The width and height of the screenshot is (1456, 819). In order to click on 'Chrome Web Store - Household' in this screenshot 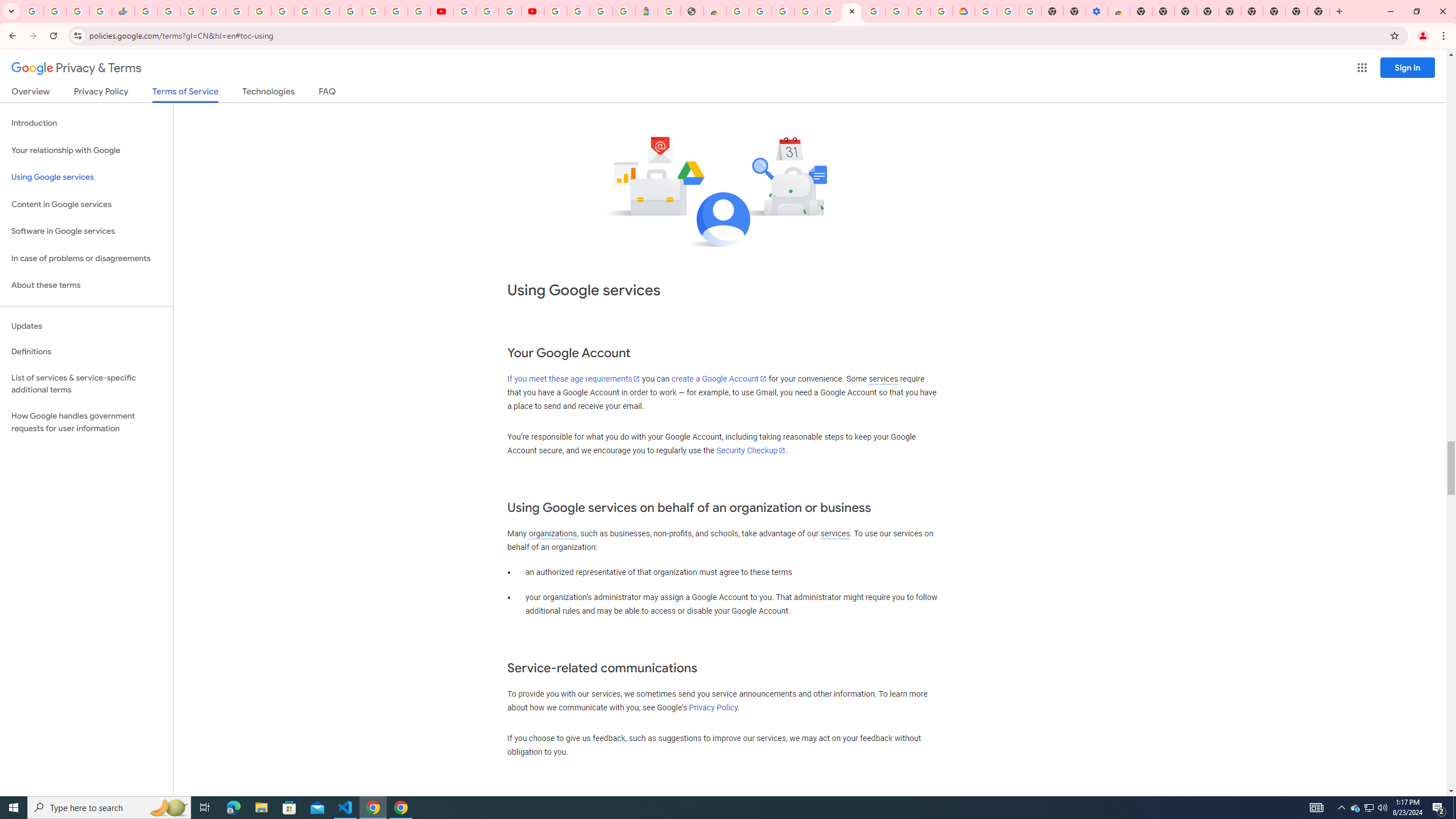, I will do `click(714, 11)`.